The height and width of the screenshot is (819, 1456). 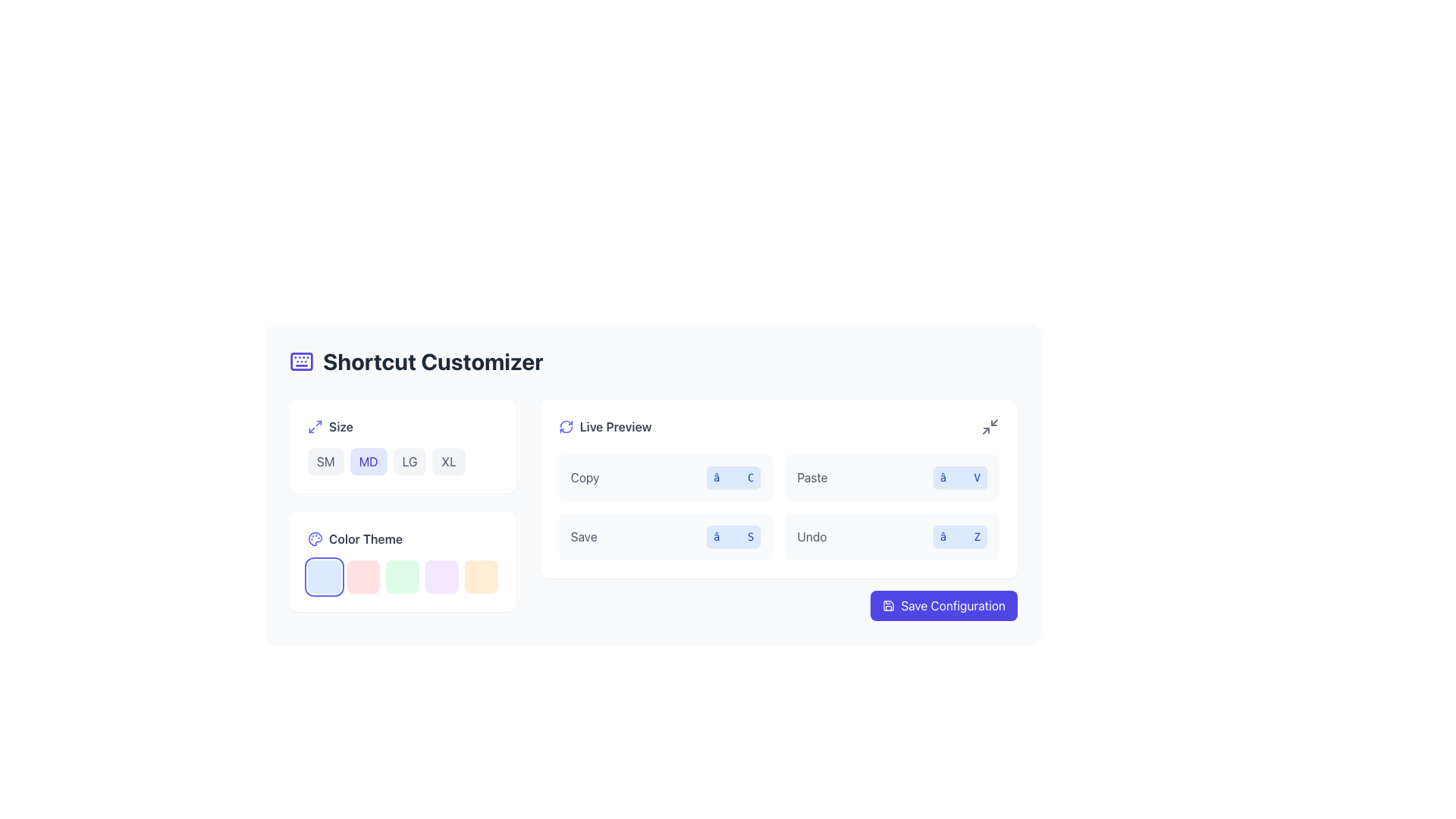 I want to click on the 'MD' button in the Interactive selection panel labeled 'Size', so click(x=403, y=446).